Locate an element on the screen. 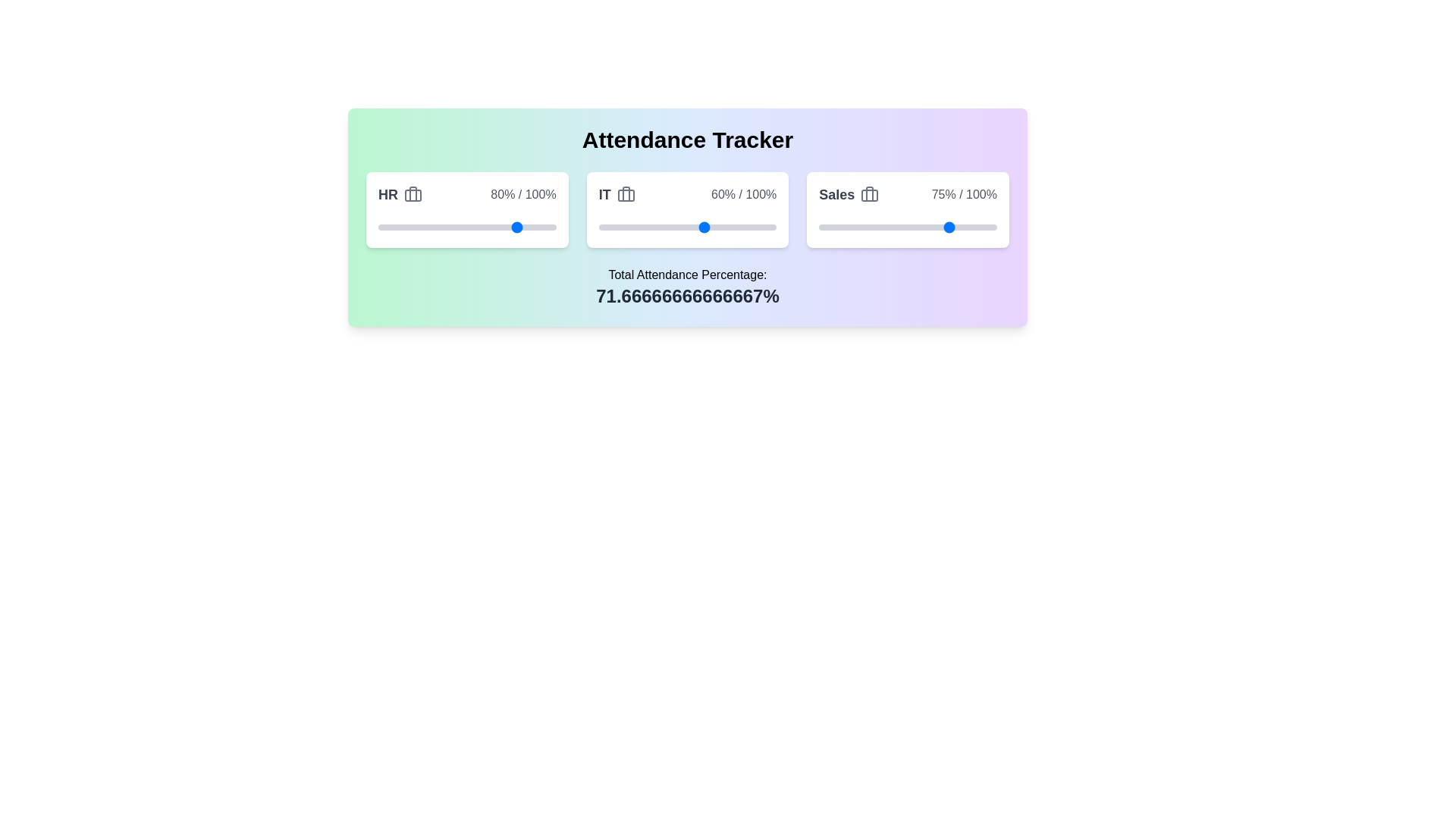 The height and width of the screenshot is (819, 1456). the HR icon located to the right of the 'HR' text in the first panel of the dashboard interface is located at coordinates (413, 194).